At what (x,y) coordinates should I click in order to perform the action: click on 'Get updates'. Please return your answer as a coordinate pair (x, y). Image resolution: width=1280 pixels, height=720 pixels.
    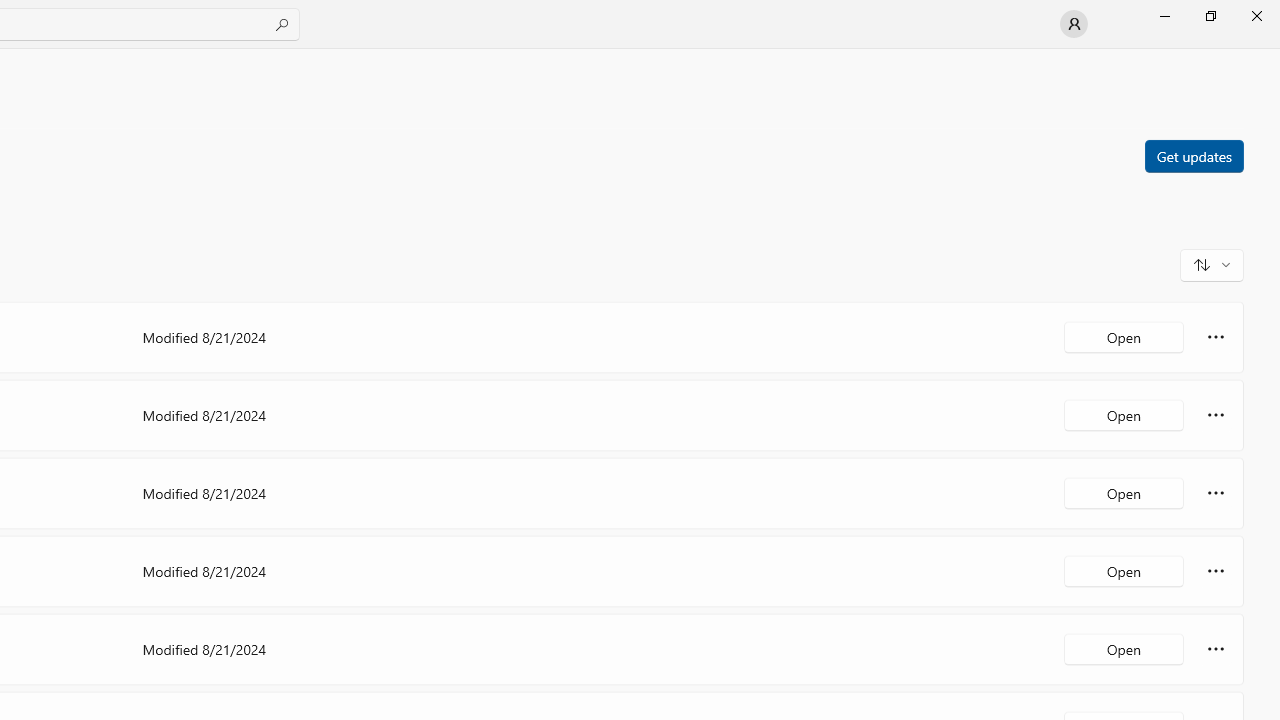
    Looking at the image, I should click on (1193, 154).